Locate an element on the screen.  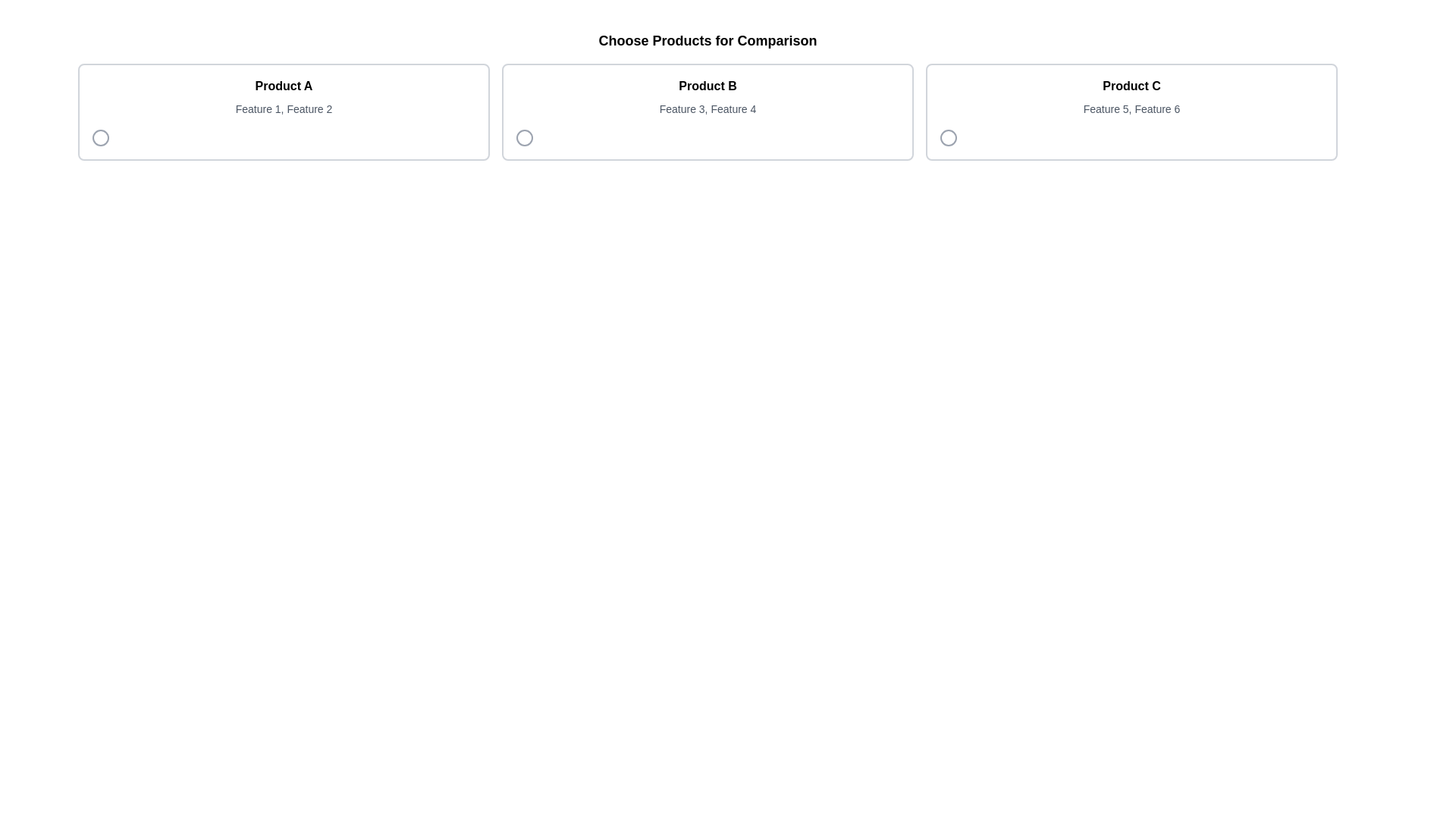
the non-interactive Text Label that provides a summary of 'Product A', located beneath the 'Product A' title in the leftmost product card is located at coordinates (284, 108).